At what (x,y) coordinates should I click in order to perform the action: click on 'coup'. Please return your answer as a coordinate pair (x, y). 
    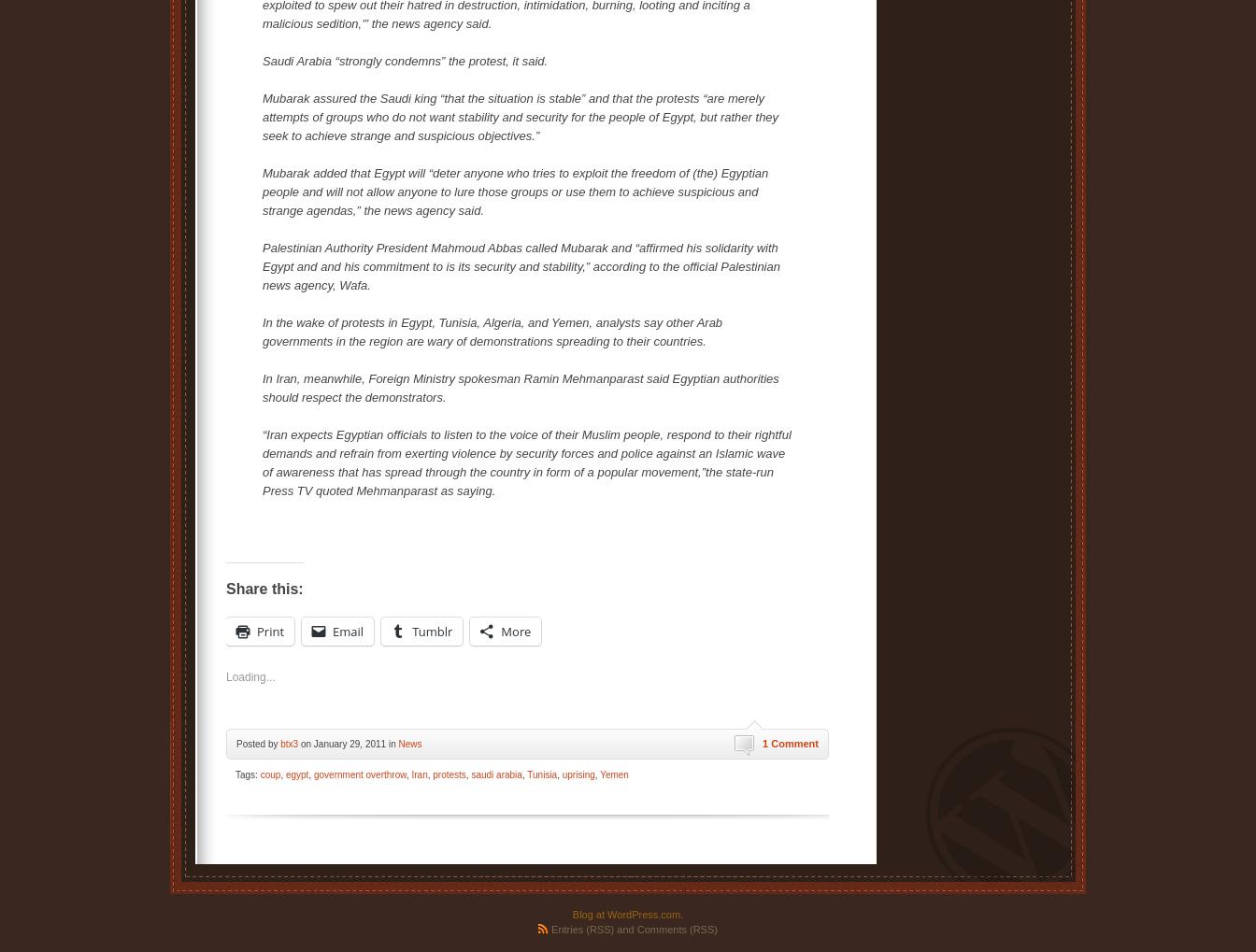
    Looking at the image, I should click on (269, 774).